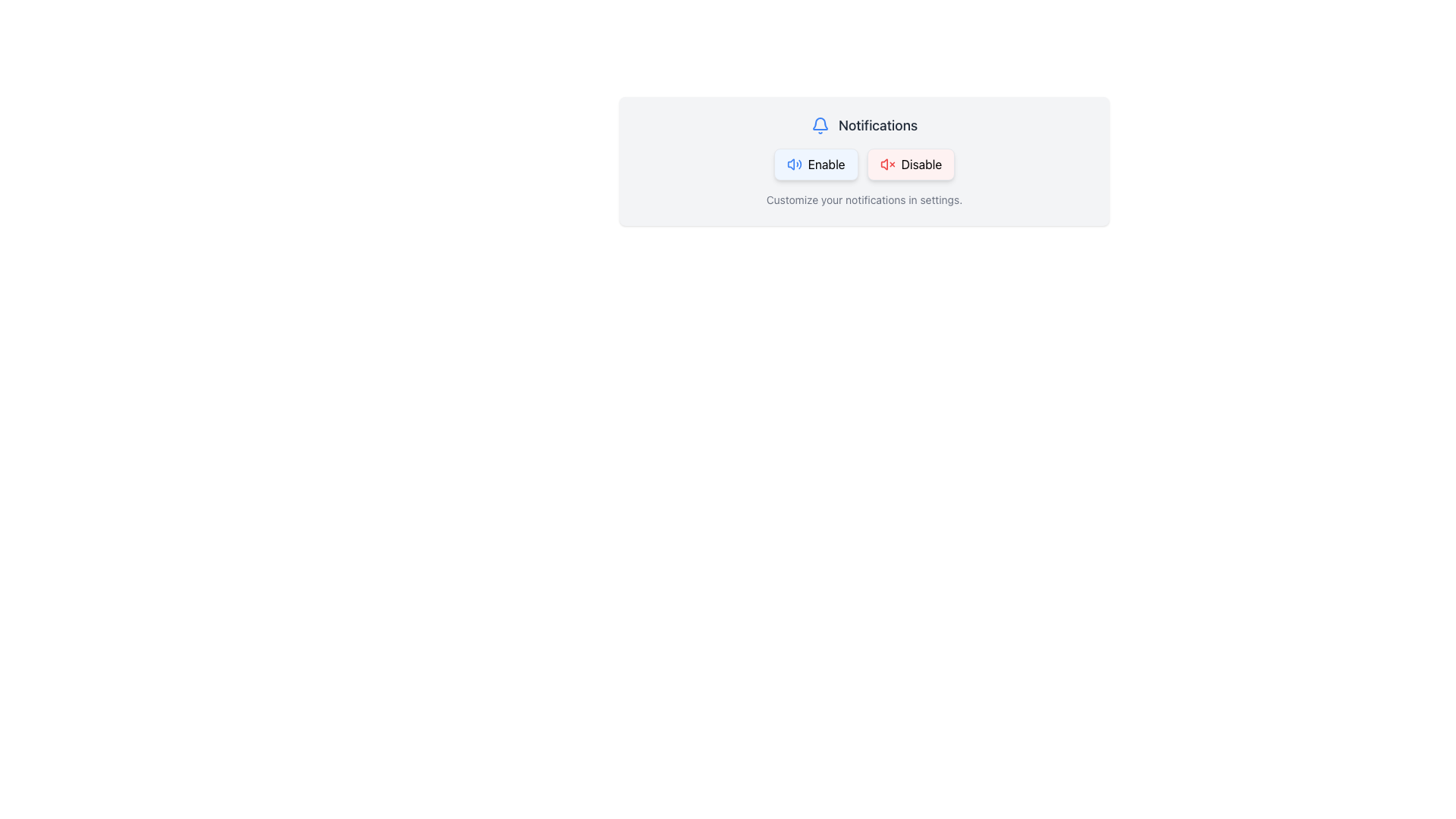  What do you see at coordinates (793, 164) in the screenshot?
I see `the blue speaker icon with sound waves located inside the 'Enable' button, which is positioned to the left of the 'Disable' button` at bounding box center [793, 164].